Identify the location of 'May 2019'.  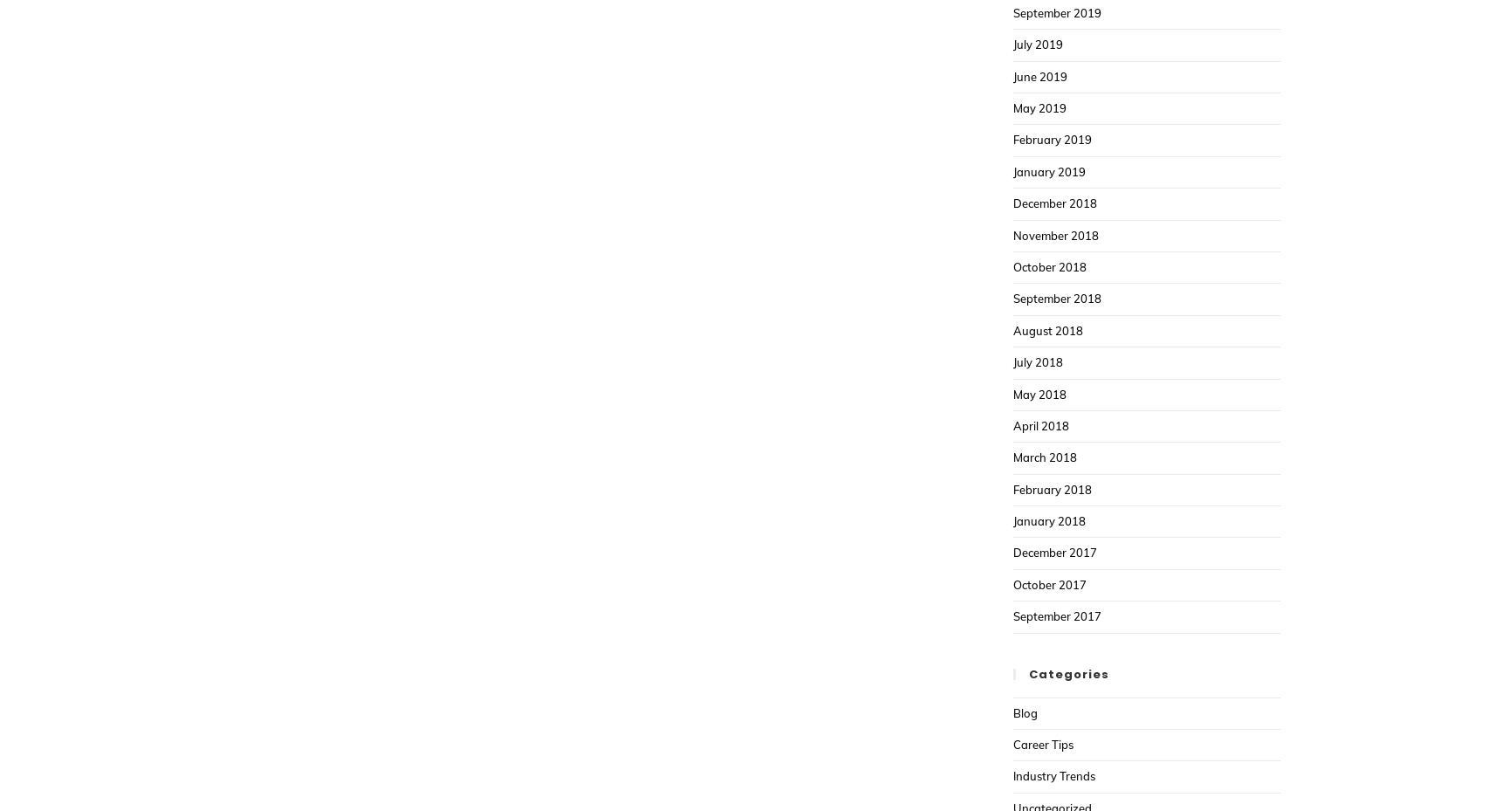
(1039, 108).